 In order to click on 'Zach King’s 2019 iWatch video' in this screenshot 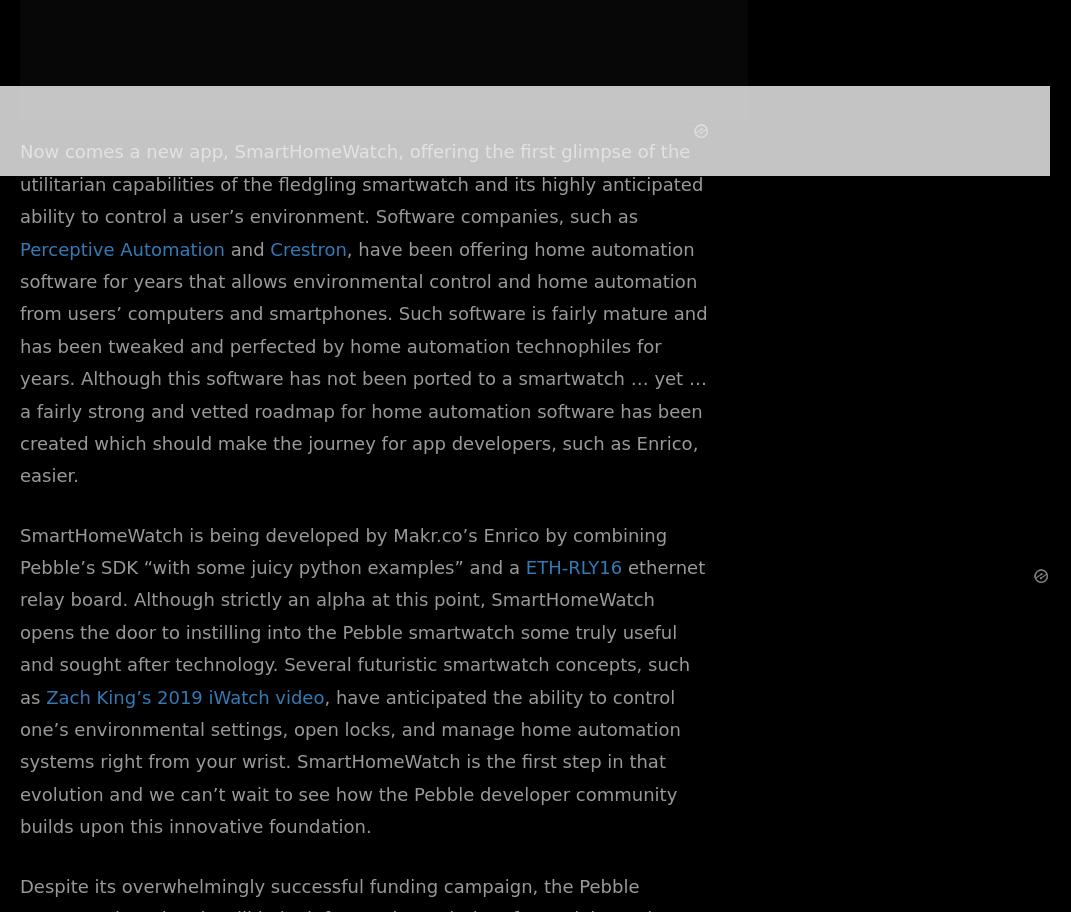, I will do `click(45, 696)`.